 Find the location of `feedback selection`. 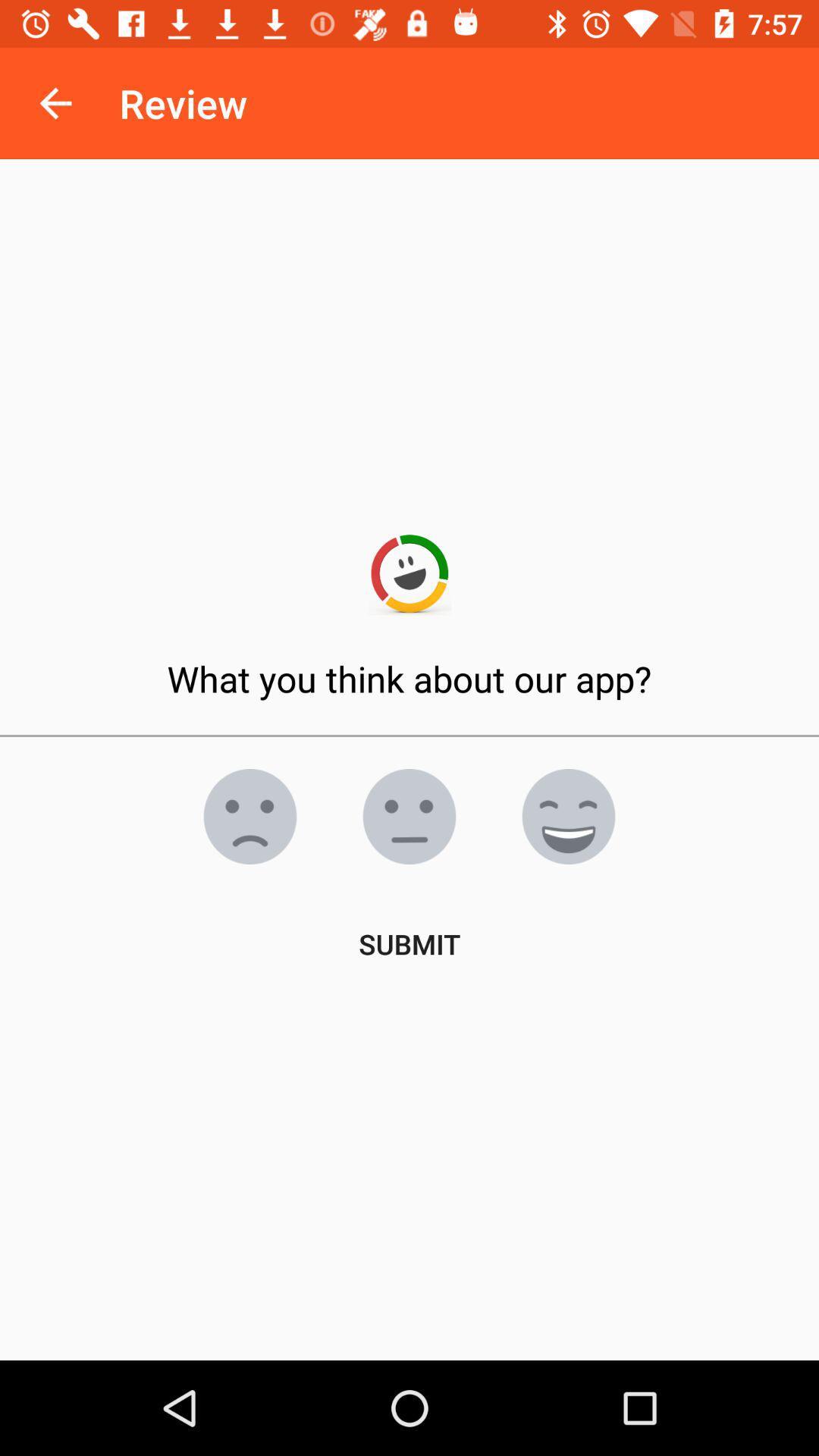

feedback selection is located at coordinates (409, 815).